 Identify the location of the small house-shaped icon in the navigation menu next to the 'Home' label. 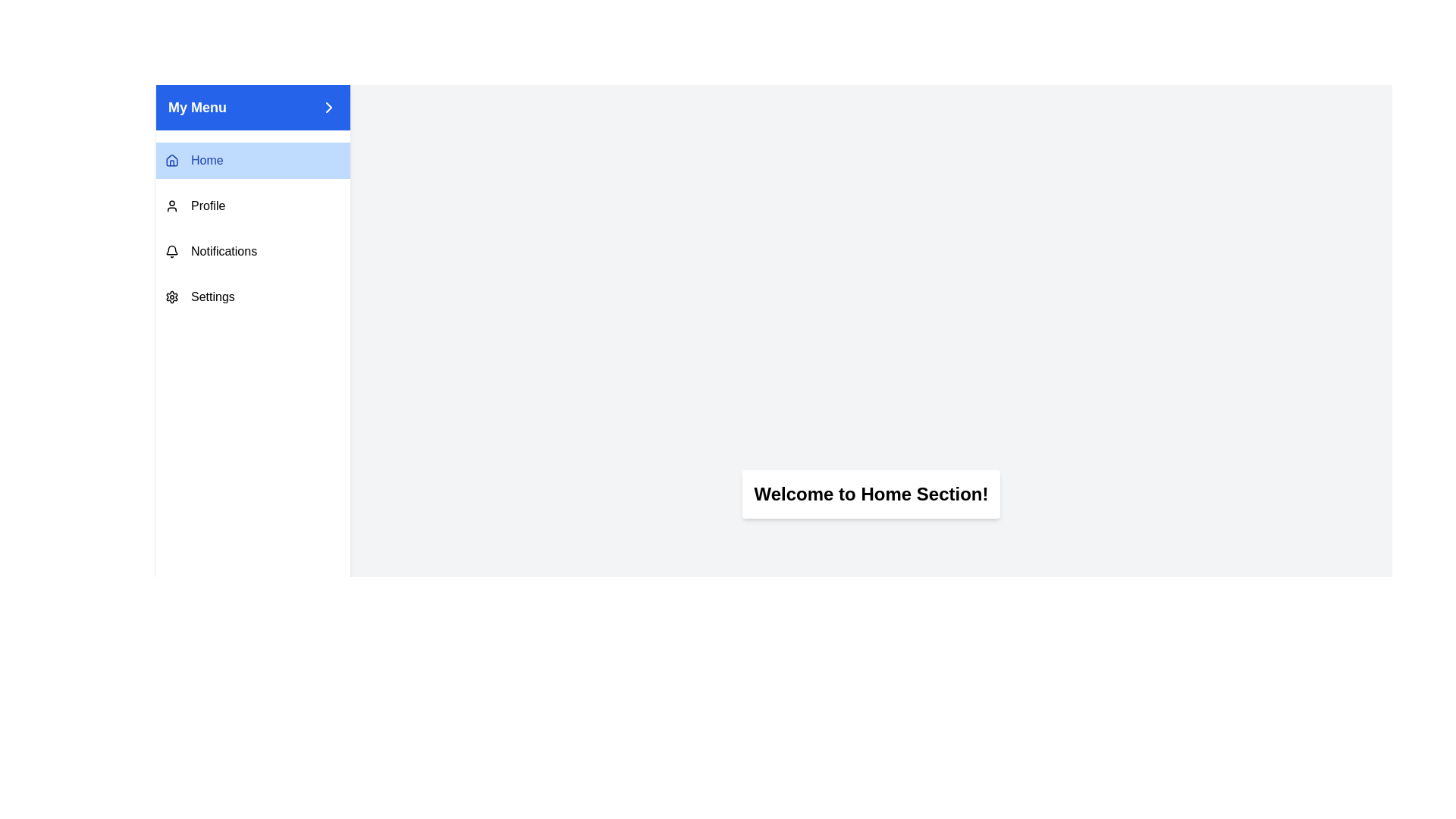
(171, 161).